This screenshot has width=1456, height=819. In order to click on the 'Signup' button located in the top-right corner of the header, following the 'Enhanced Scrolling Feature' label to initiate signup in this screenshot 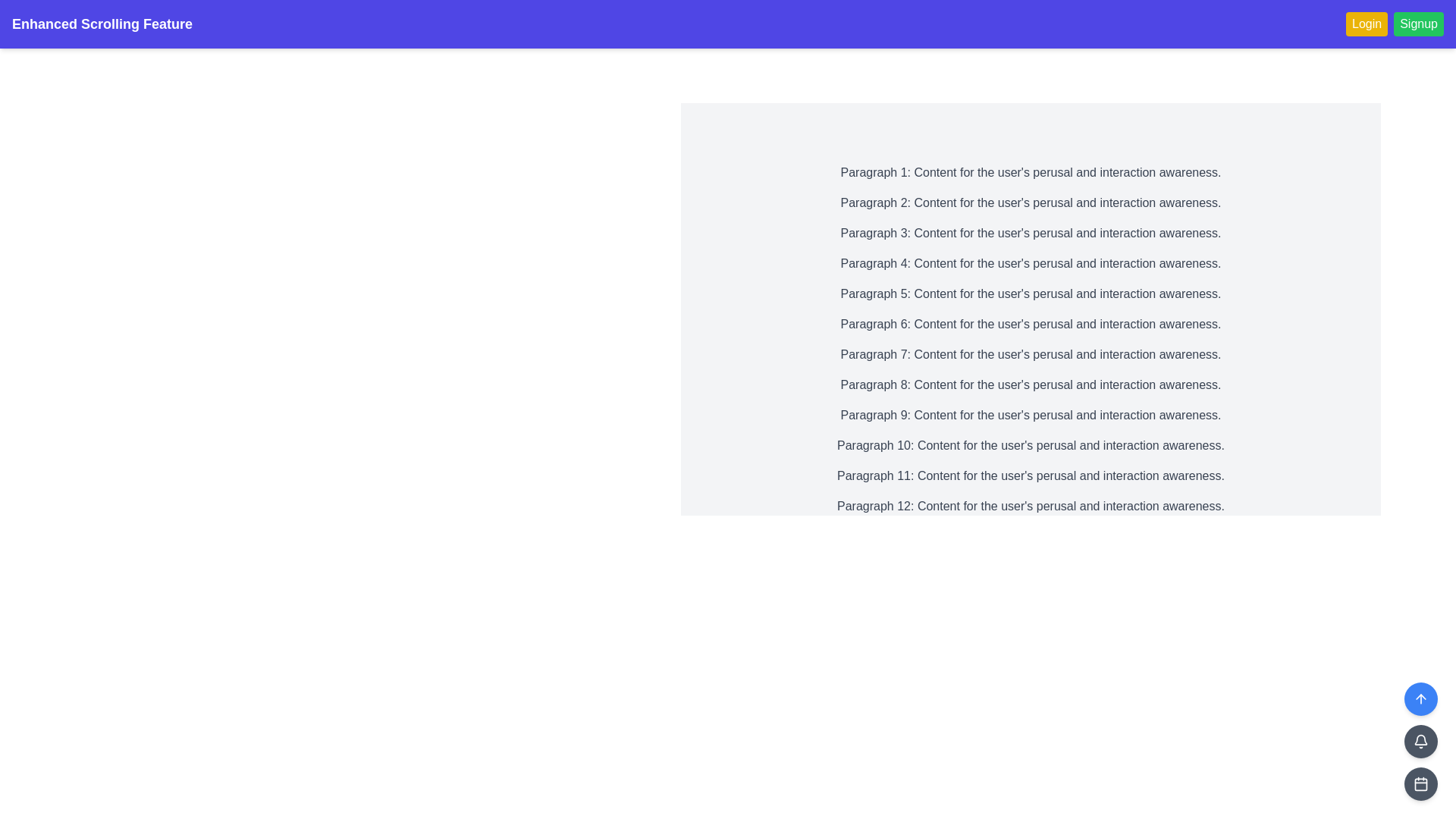, I will do `click(1395, 24)`.